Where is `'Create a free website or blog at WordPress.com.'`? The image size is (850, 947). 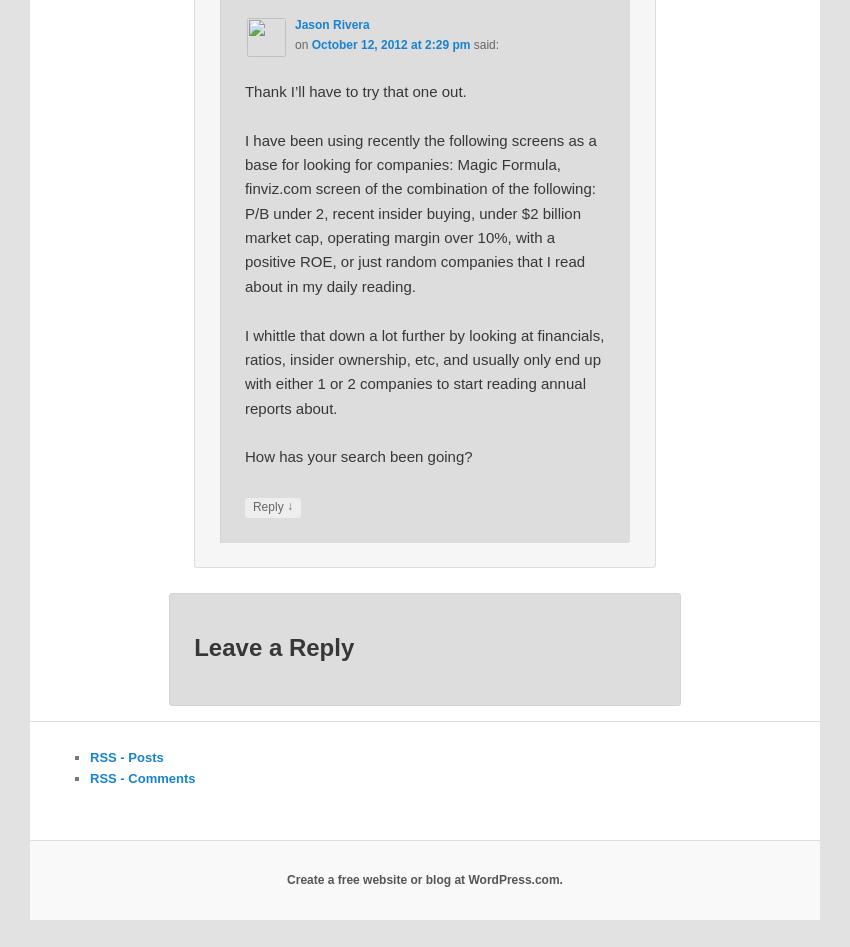 'Create a free website or blog at WordPress.com.' is located at coordinates (424, 879).